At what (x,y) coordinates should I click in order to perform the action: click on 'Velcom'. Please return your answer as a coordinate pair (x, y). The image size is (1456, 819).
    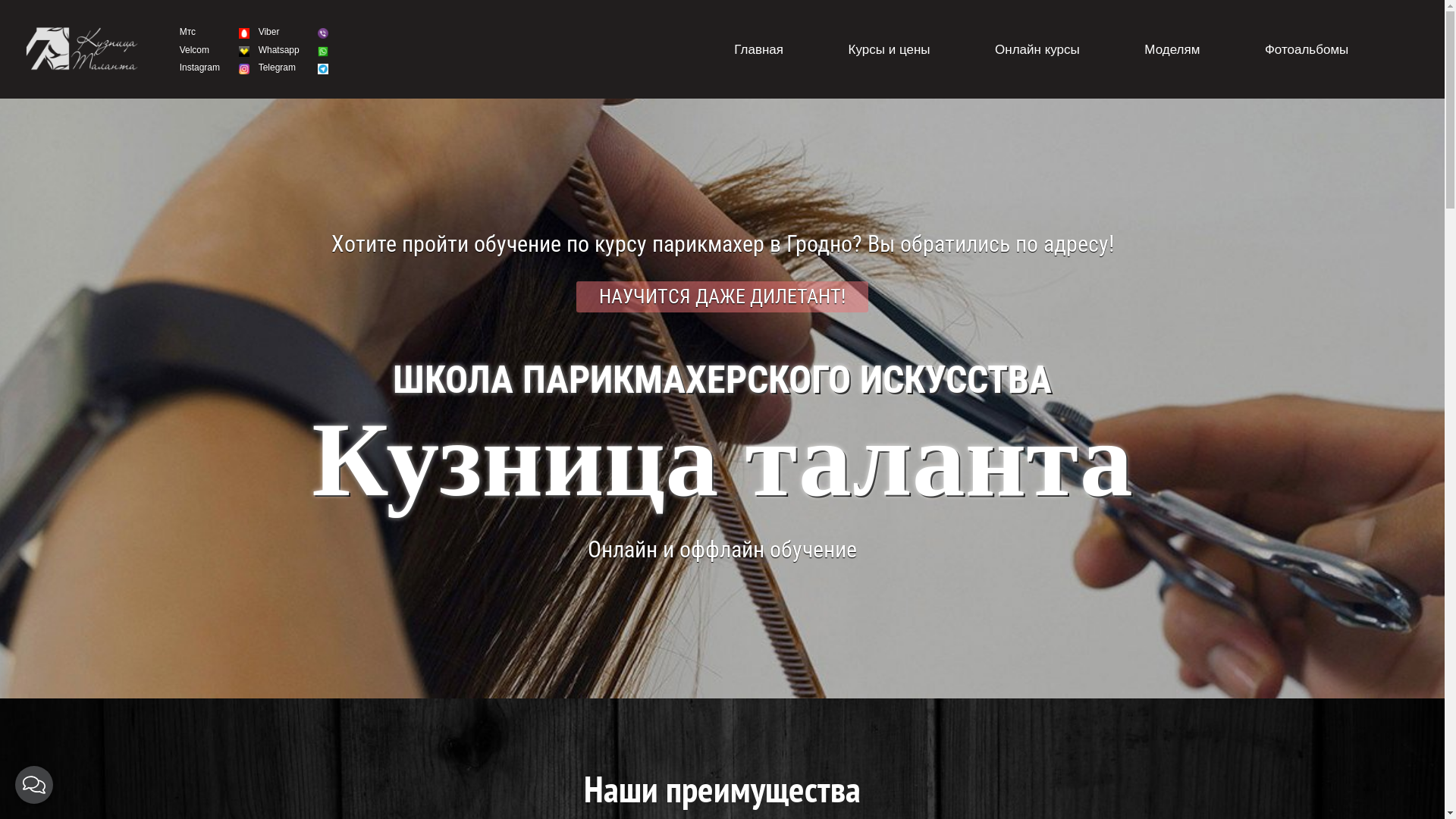
    Looking at the image, I should click on (193, 49).